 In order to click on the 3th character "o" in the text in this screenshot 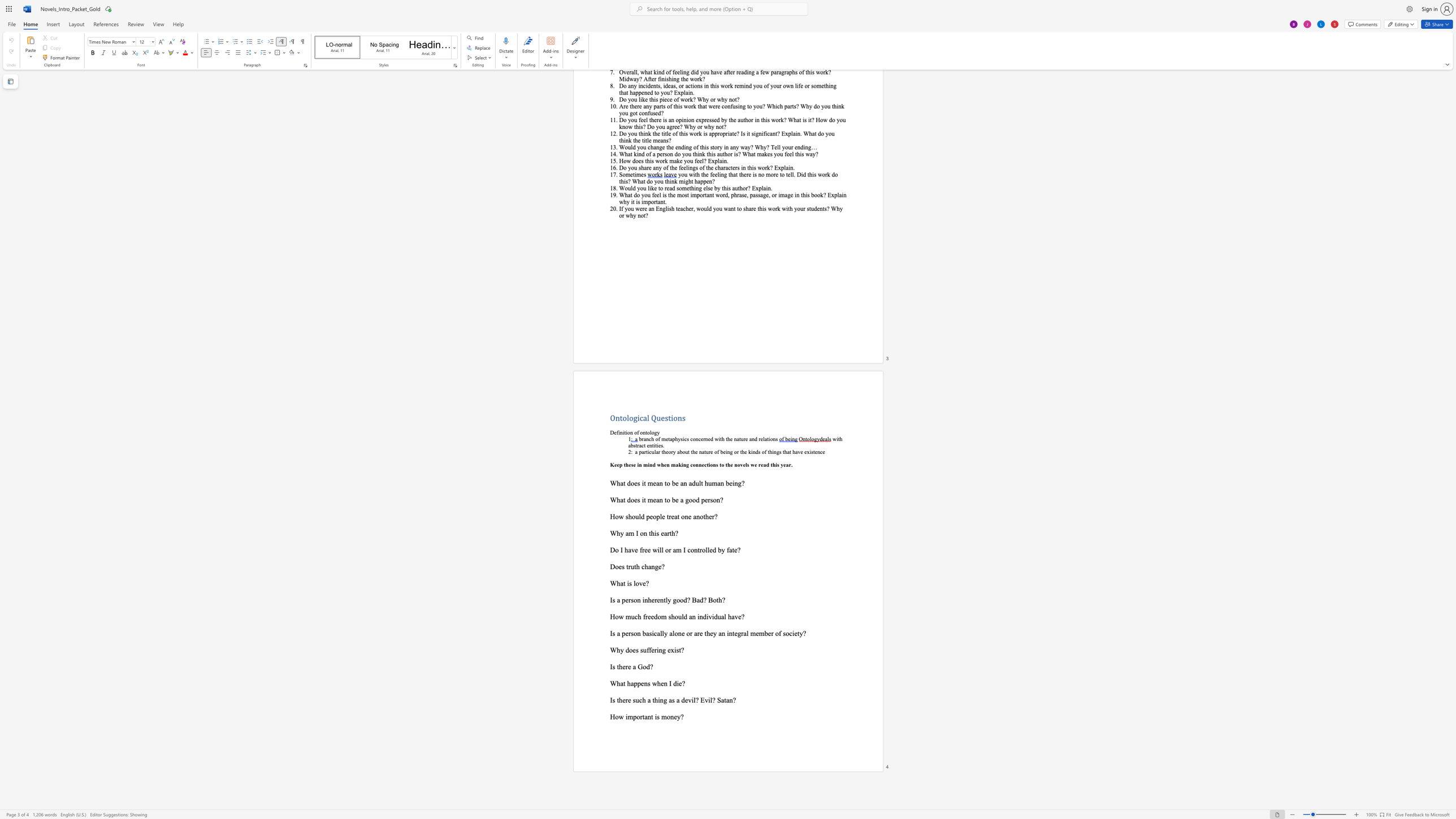, I will do `click(669, 717)`.